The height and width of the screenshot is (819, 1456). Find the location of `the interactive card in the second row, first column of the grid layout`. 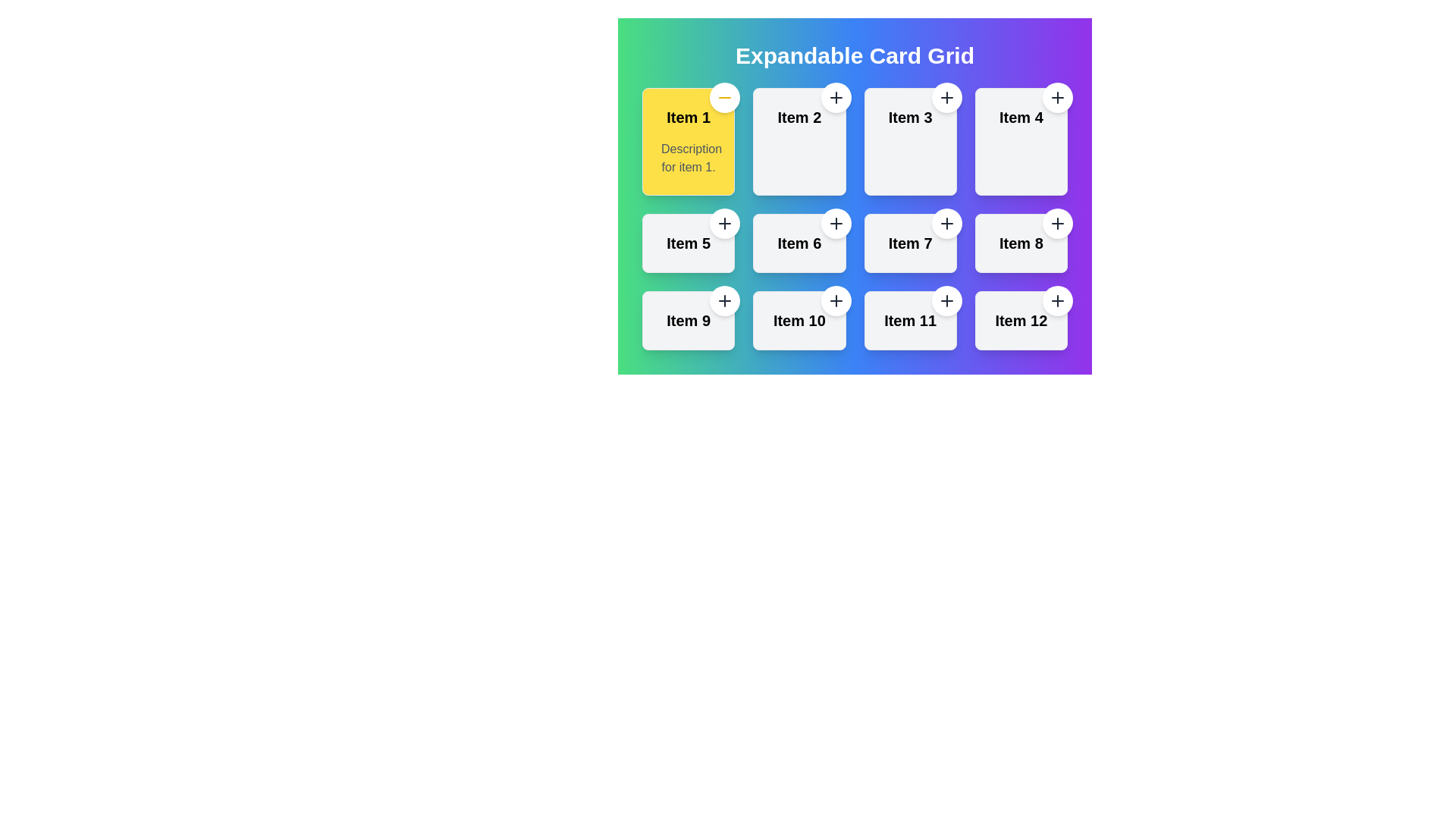

the interactive card in the second row, first column of the grid layout is located at coordinates (688, 242).